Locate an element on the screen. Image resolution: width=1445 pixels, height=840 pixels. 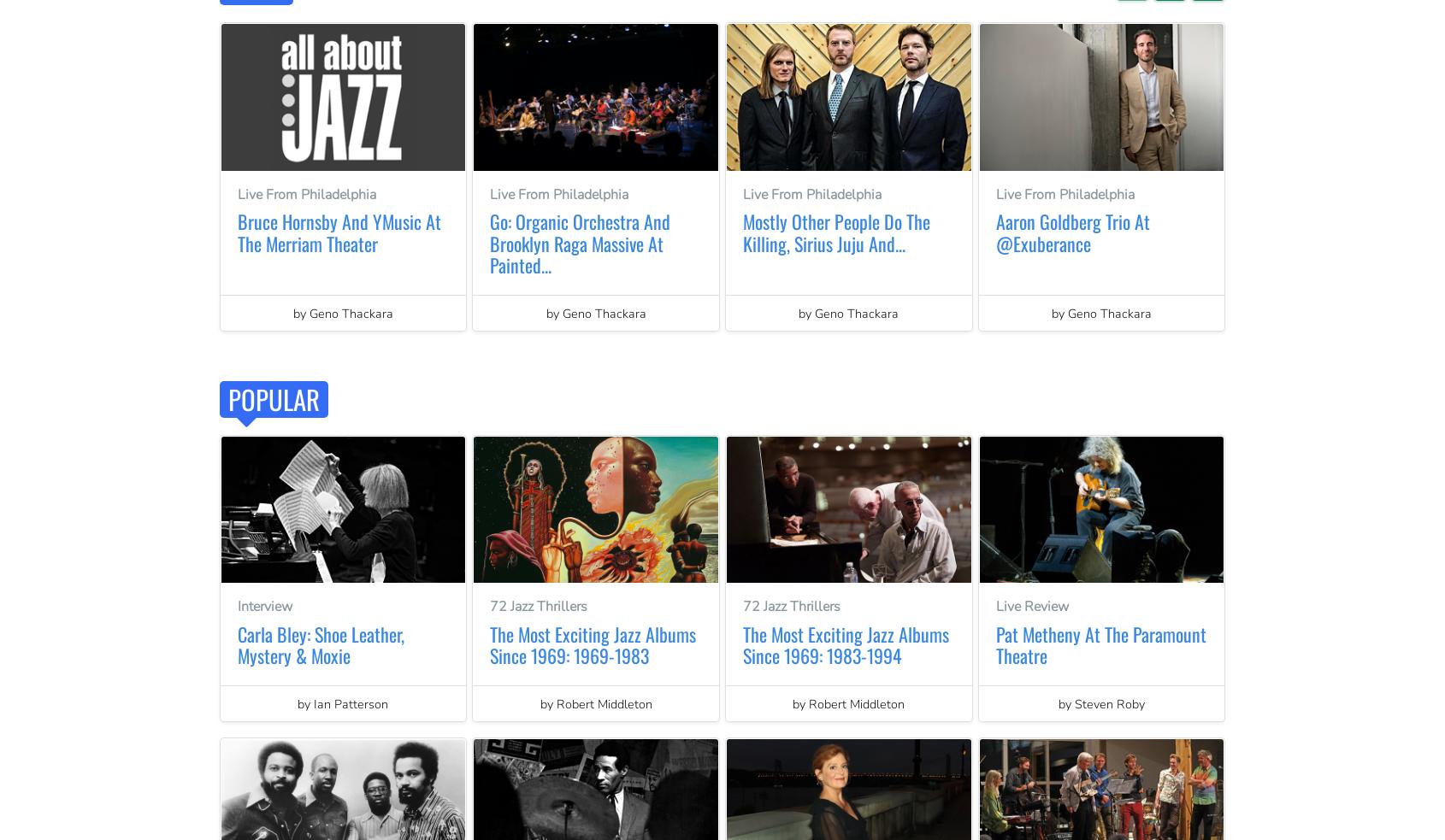
'Aaron Goldberg Trio at @exuberance' is located at coordinates (995, 232).